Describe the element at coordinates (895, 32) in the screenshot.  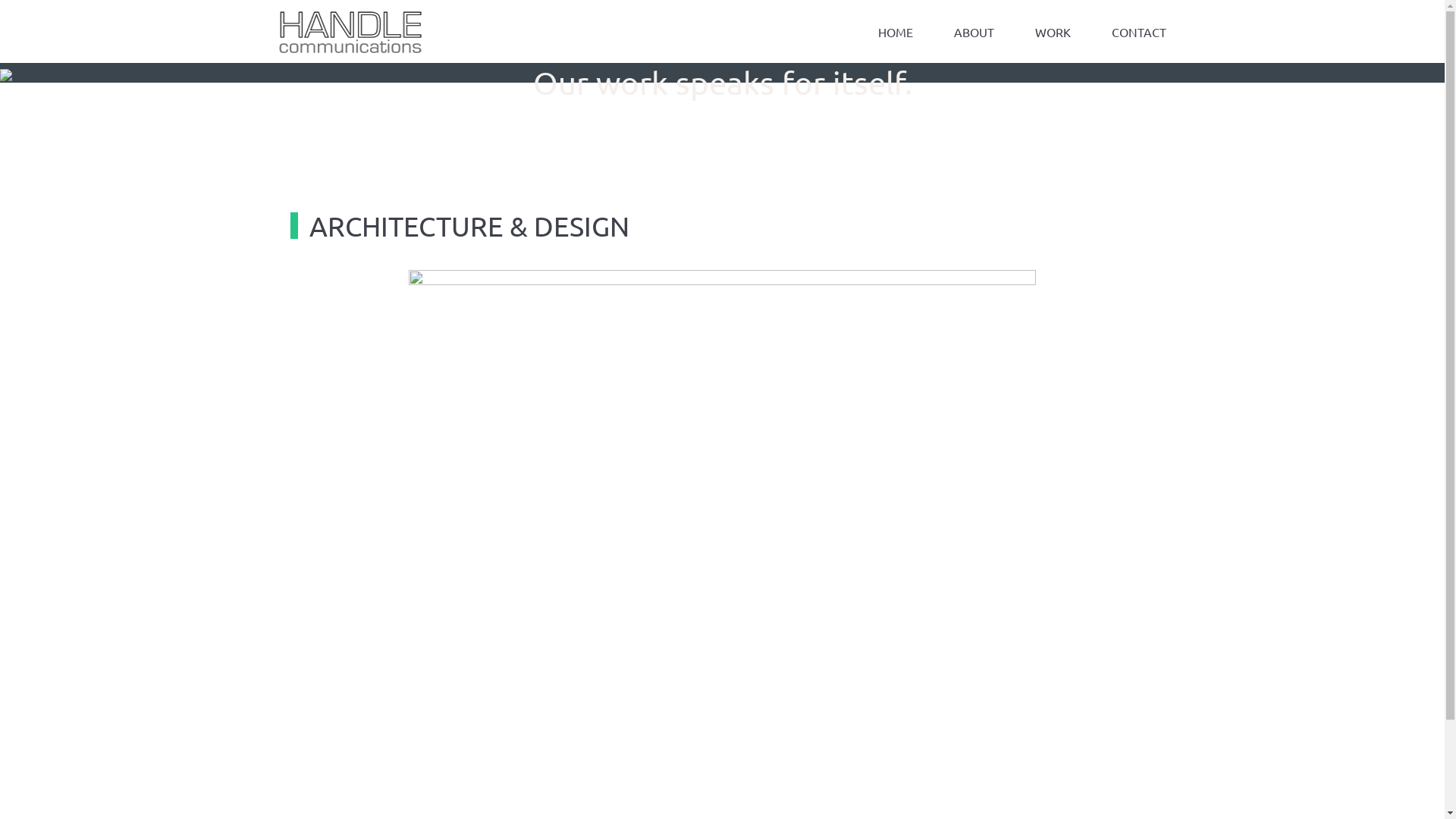
I see `'HOME'` at that location.